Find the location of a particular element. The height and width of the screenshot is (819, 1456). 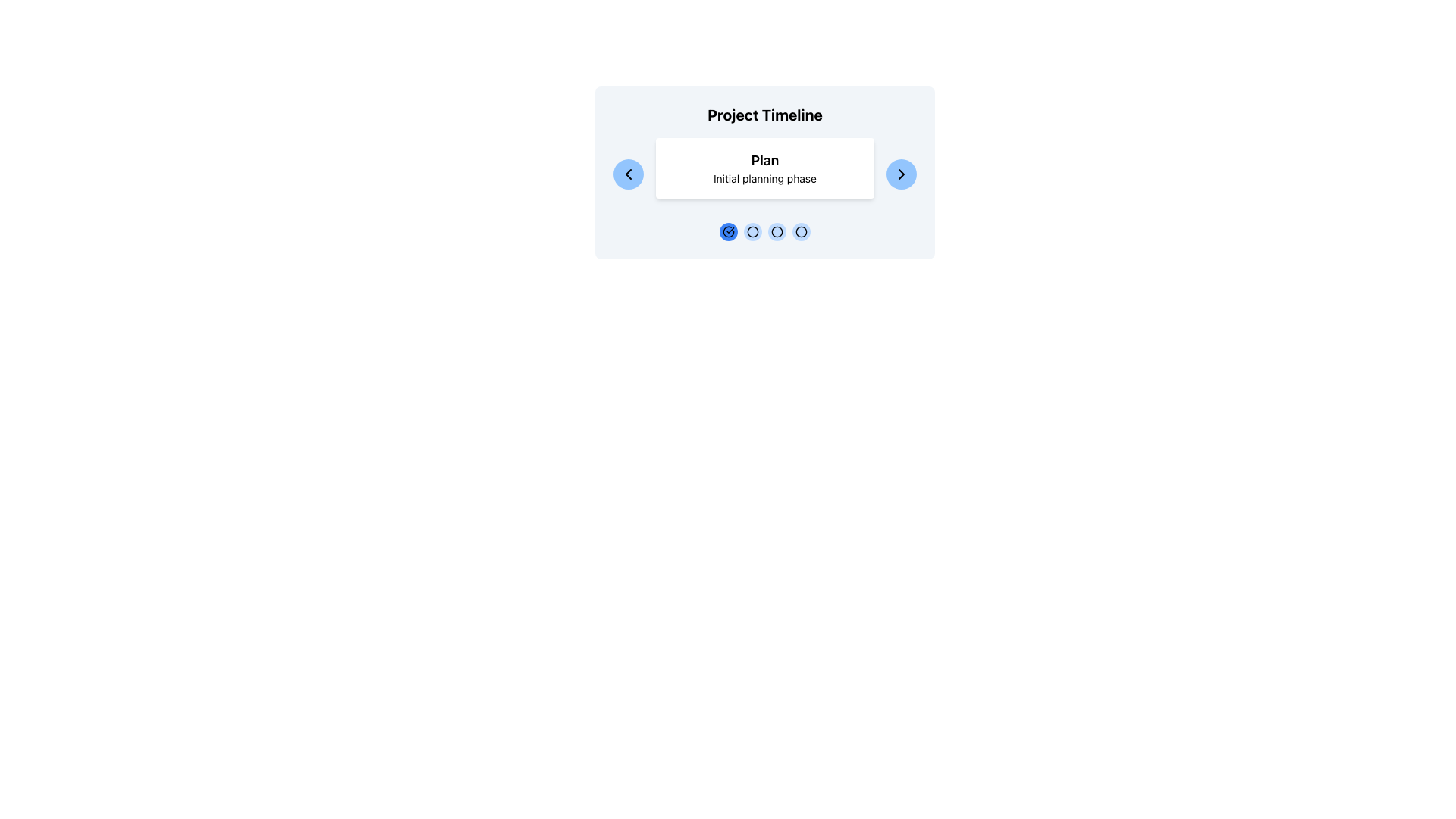

the topmost text label in the white card that indicates the specific phase or topic in the horizontally scrollable timeline interface is located at coordinates (764, 161).